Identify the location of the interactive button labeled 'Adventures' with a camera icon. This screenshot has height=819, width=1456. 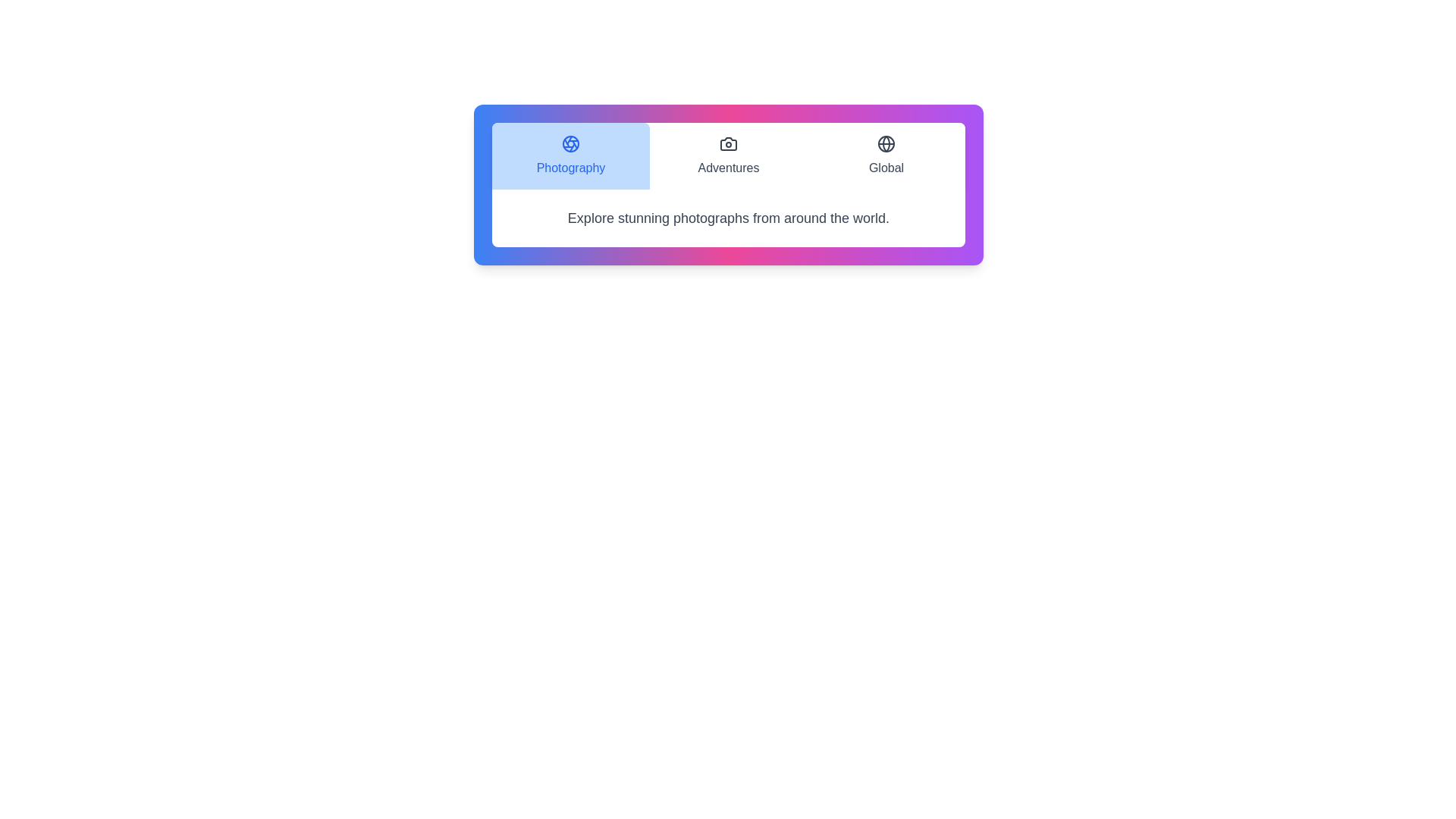
(728, 155).